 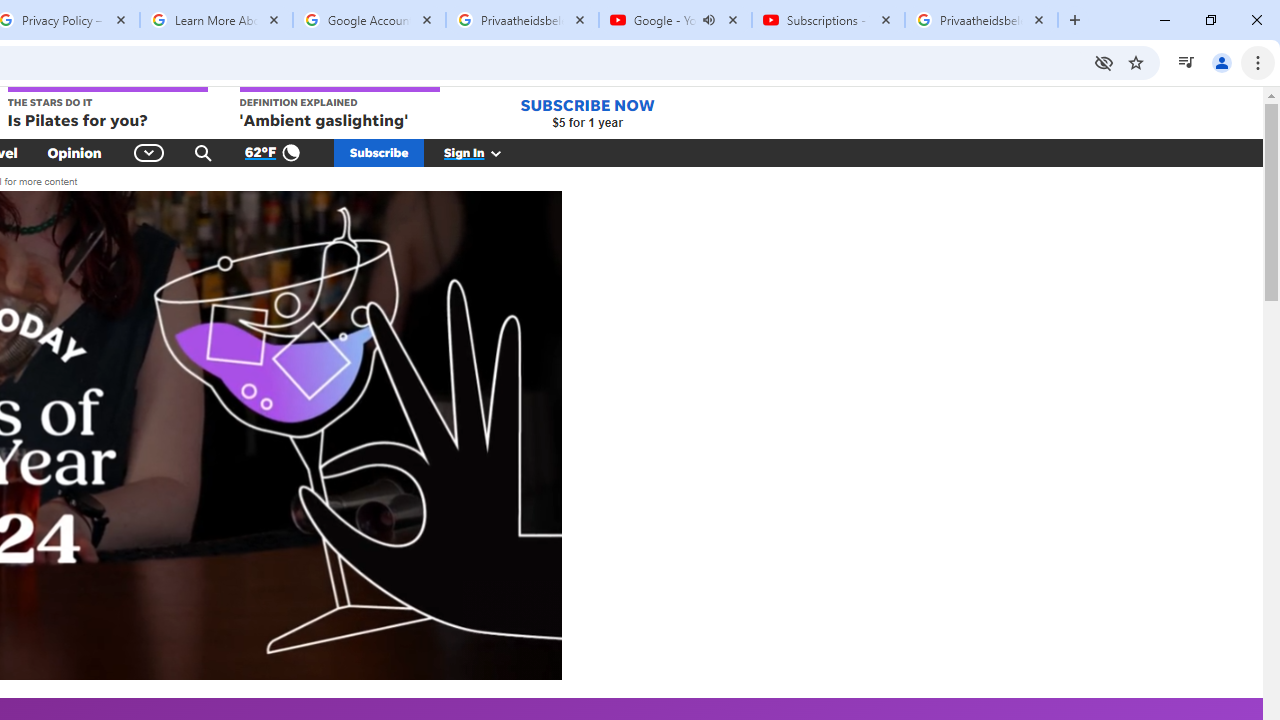 I want to click on 'Global Navigation', so click(x=148, y=152).